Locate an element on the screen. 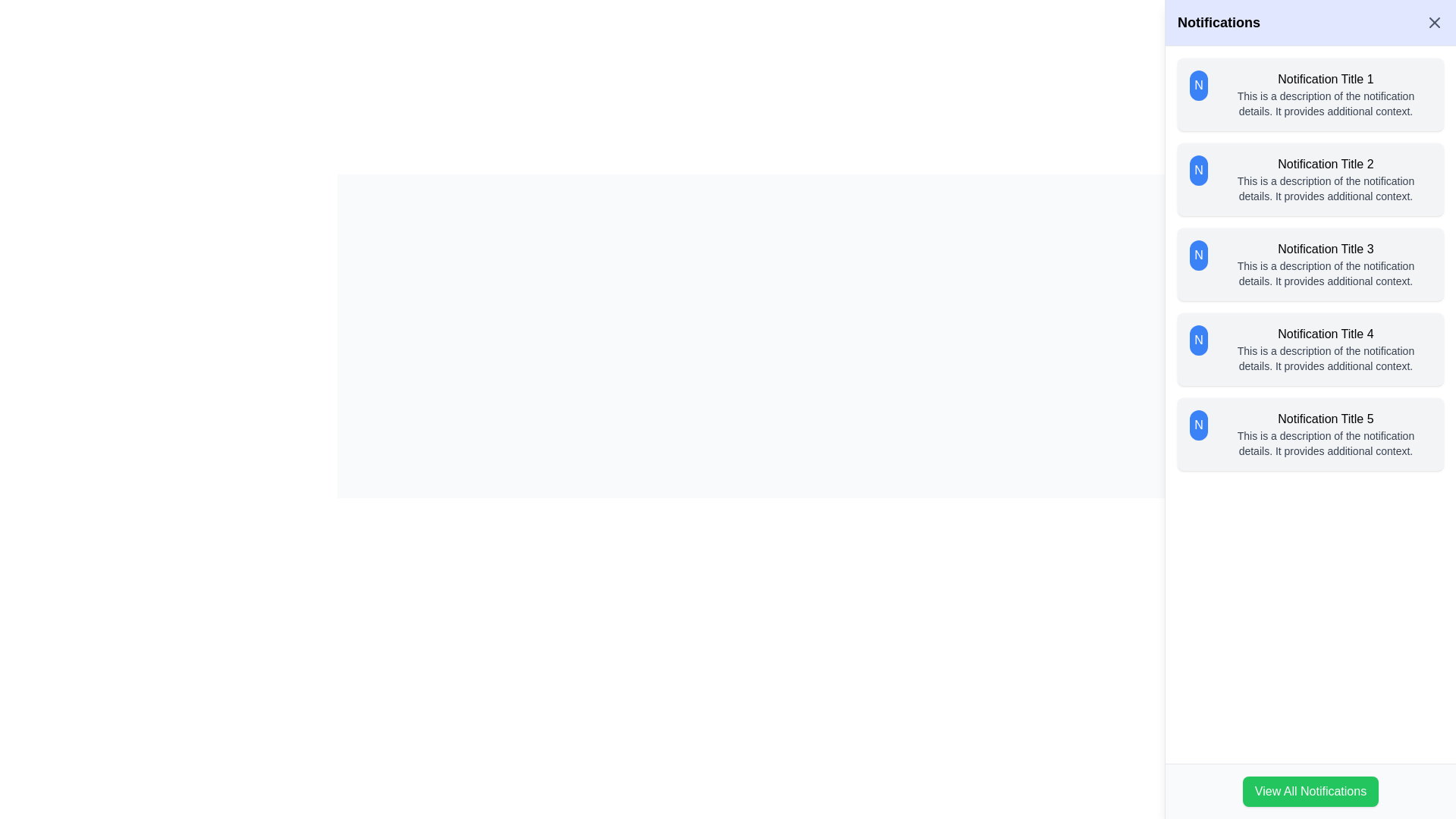 The image size is (1456, 819). the text element displaying the notification details in the third notification item, which reads: 'This is a description of the notification details. It provides additional context.' is located at coordinates (1325, 274).